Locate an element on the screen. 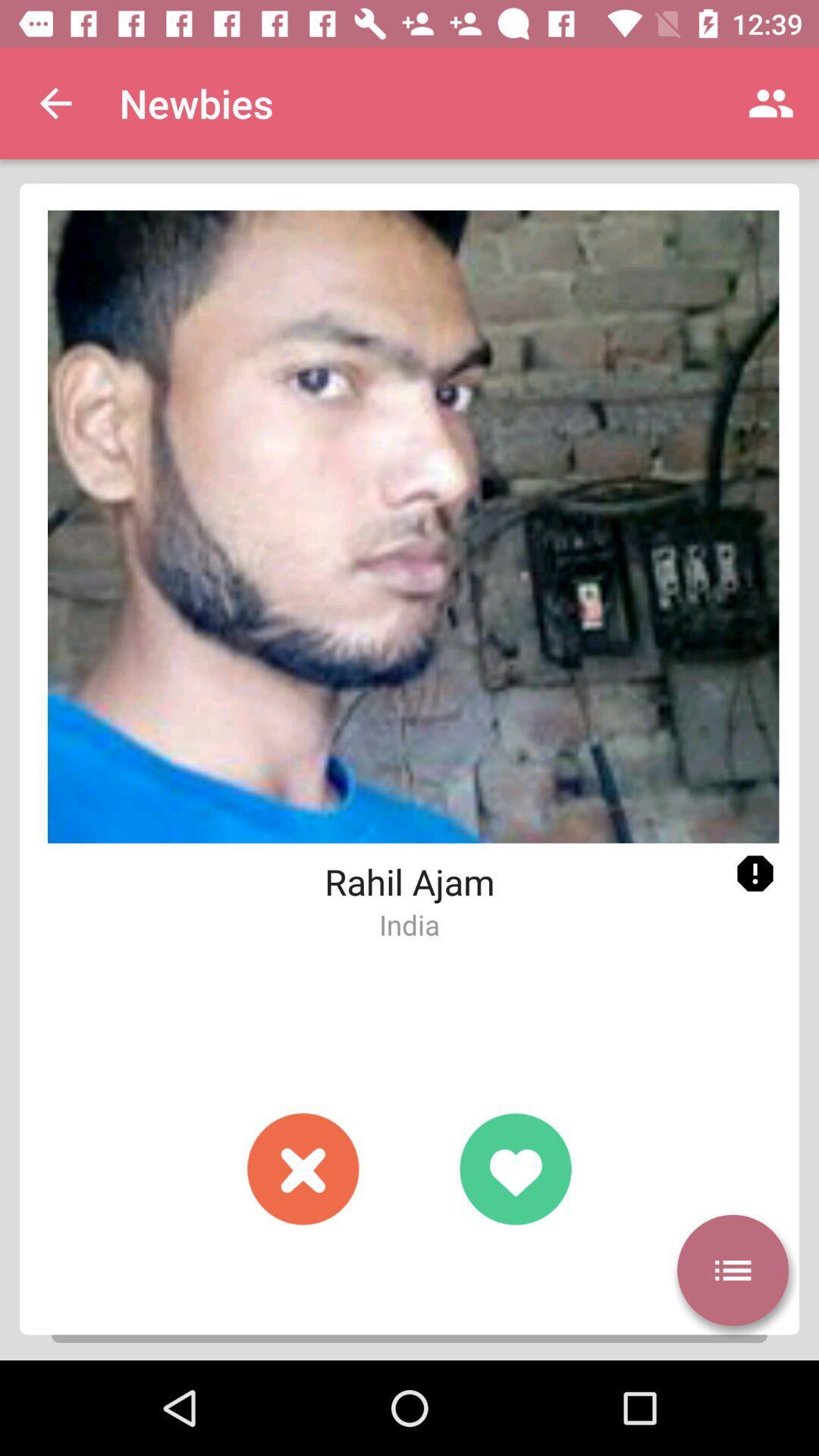 Image resolution: width=819 pixels, height=1456 pixels. to heart is located at coordinates (514, 1168).